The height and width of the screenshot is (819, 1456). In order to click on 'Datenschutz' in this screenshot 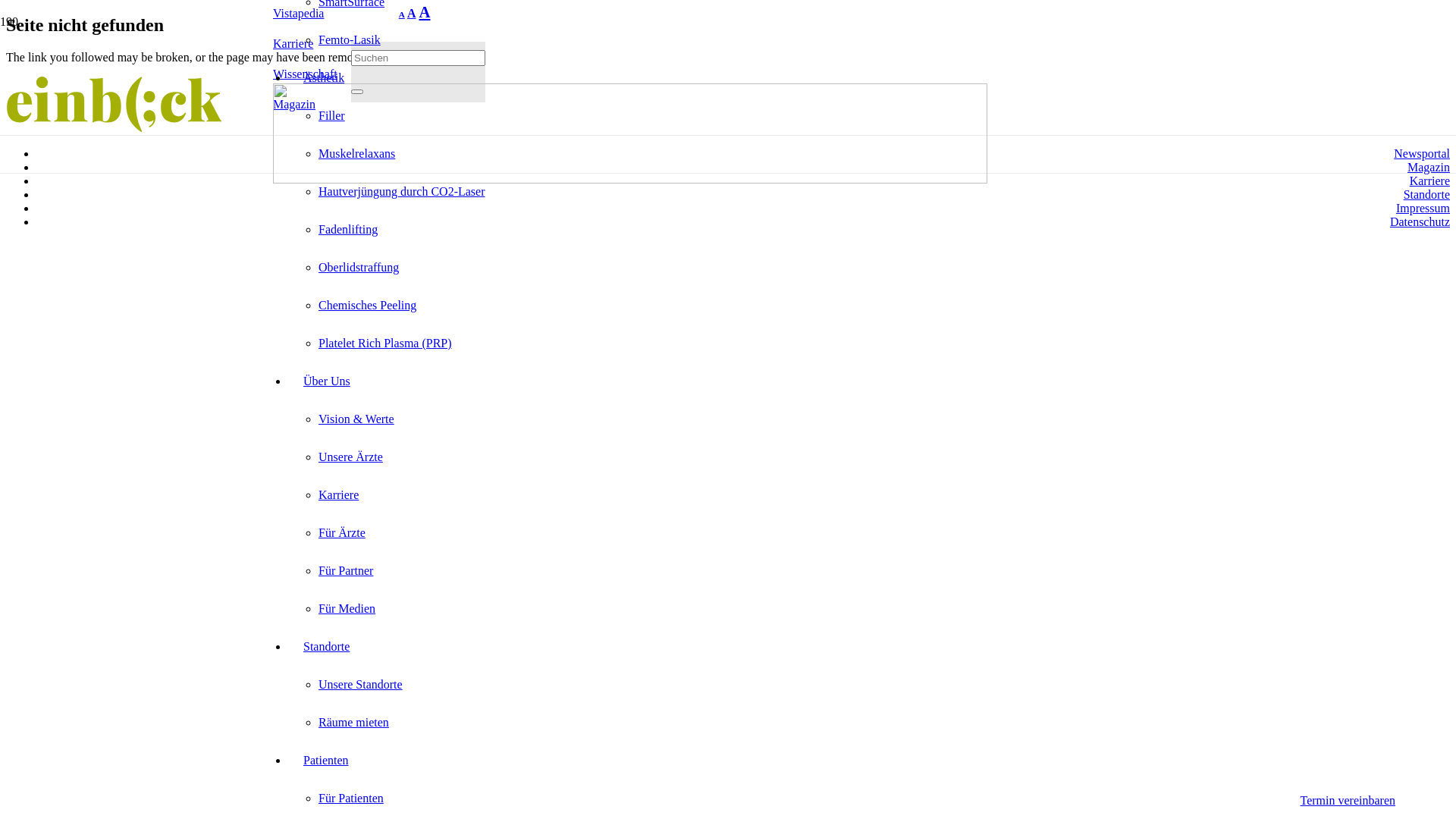, I will do `click(1419, 221)`.